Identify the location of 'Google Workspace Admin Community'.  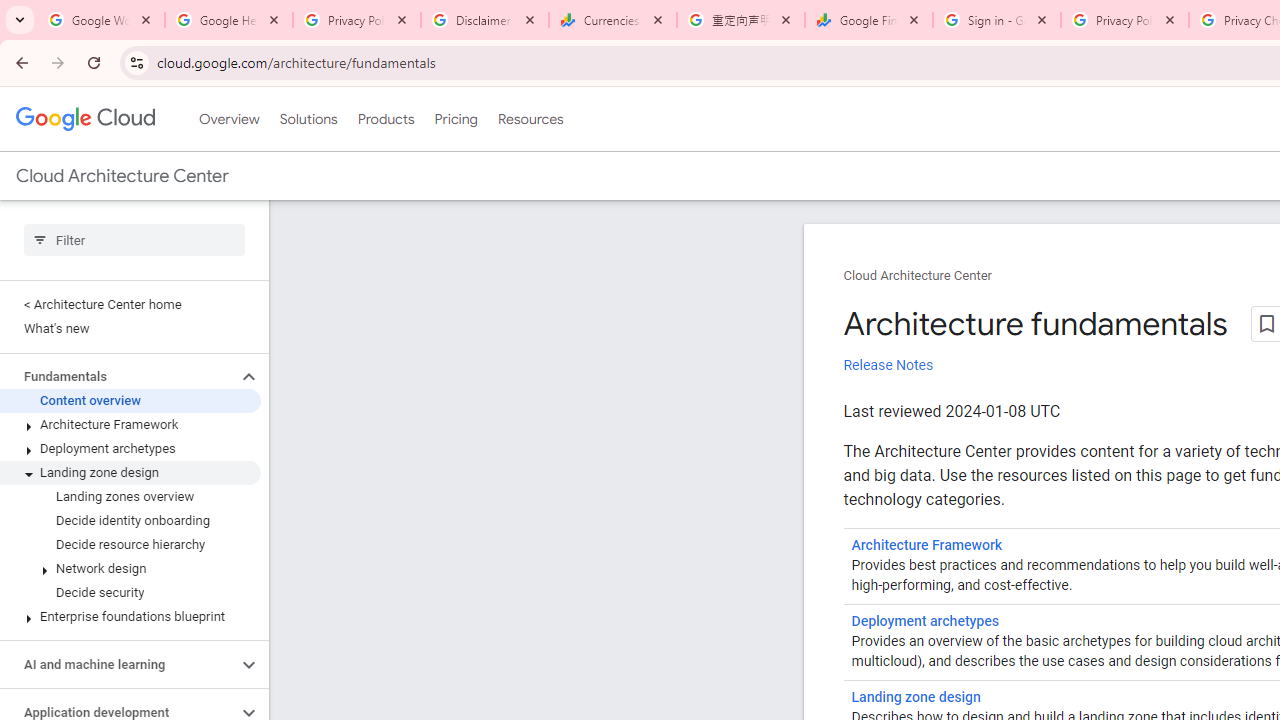
(100, 20).